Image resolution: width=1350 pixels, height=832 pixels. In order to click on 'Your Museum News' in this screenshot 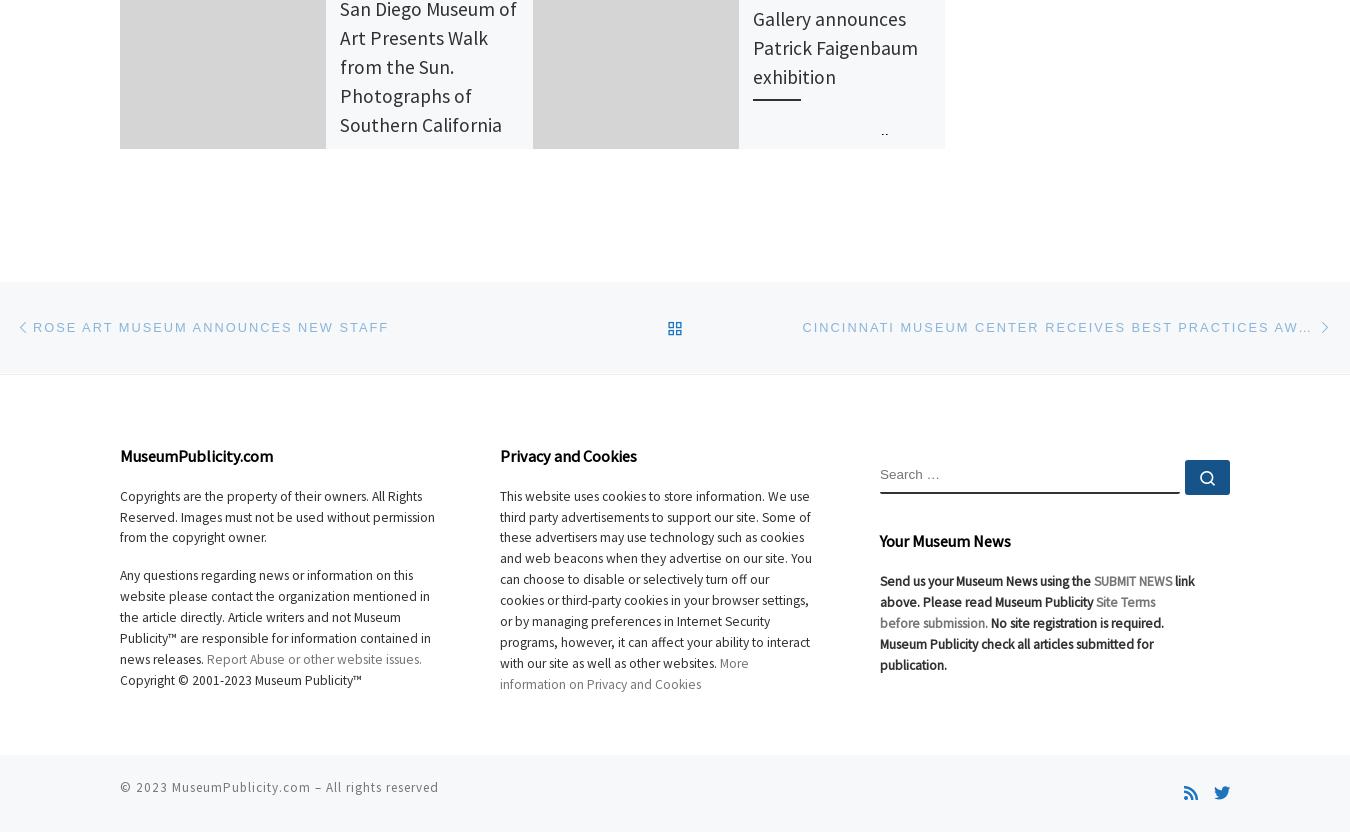, I will do `click(944, 540)`.